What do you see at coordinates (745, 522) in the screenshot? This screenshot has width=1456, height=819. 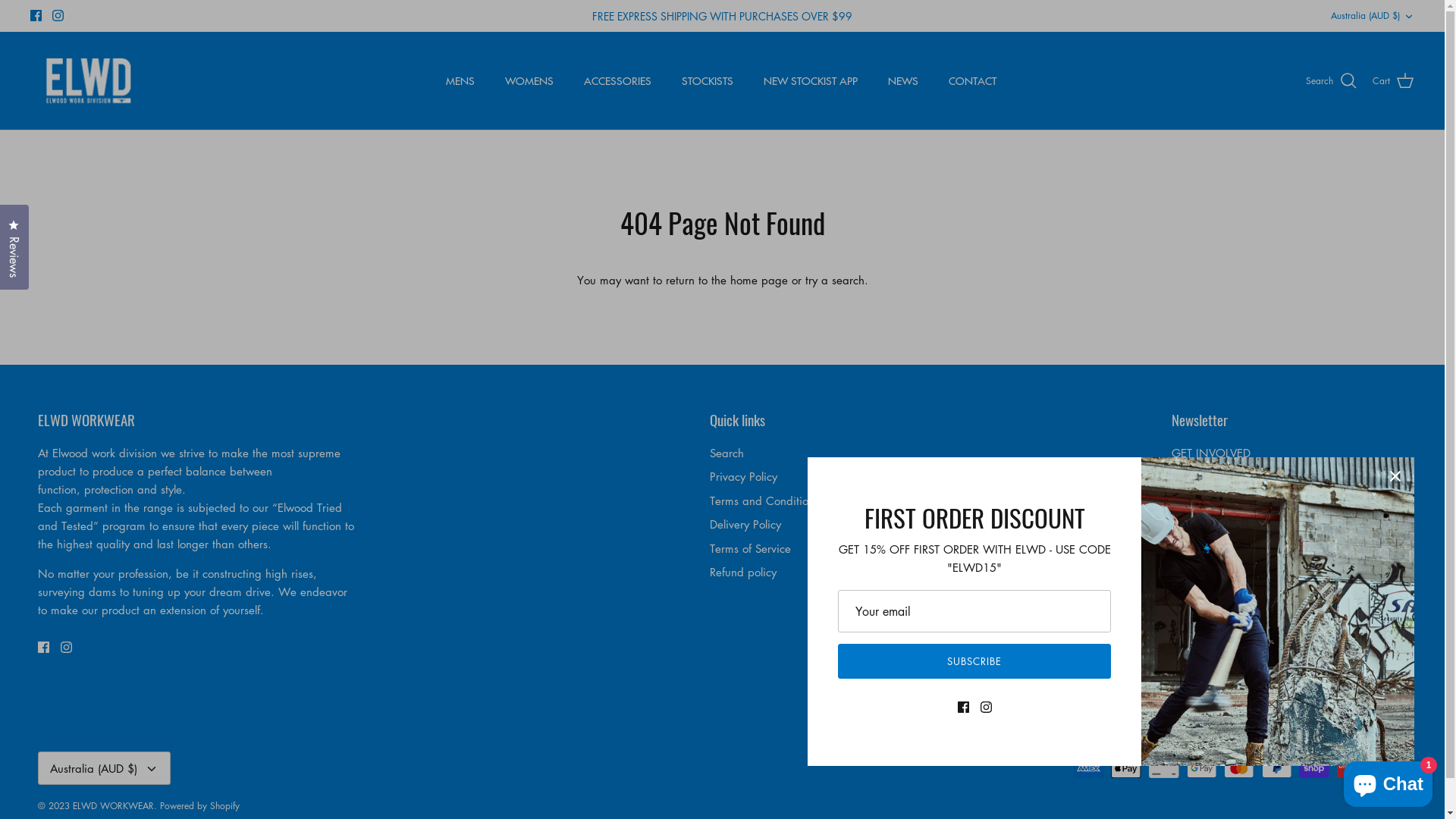 I see `'Delivery Policy'` at bounding box center [745, 522].